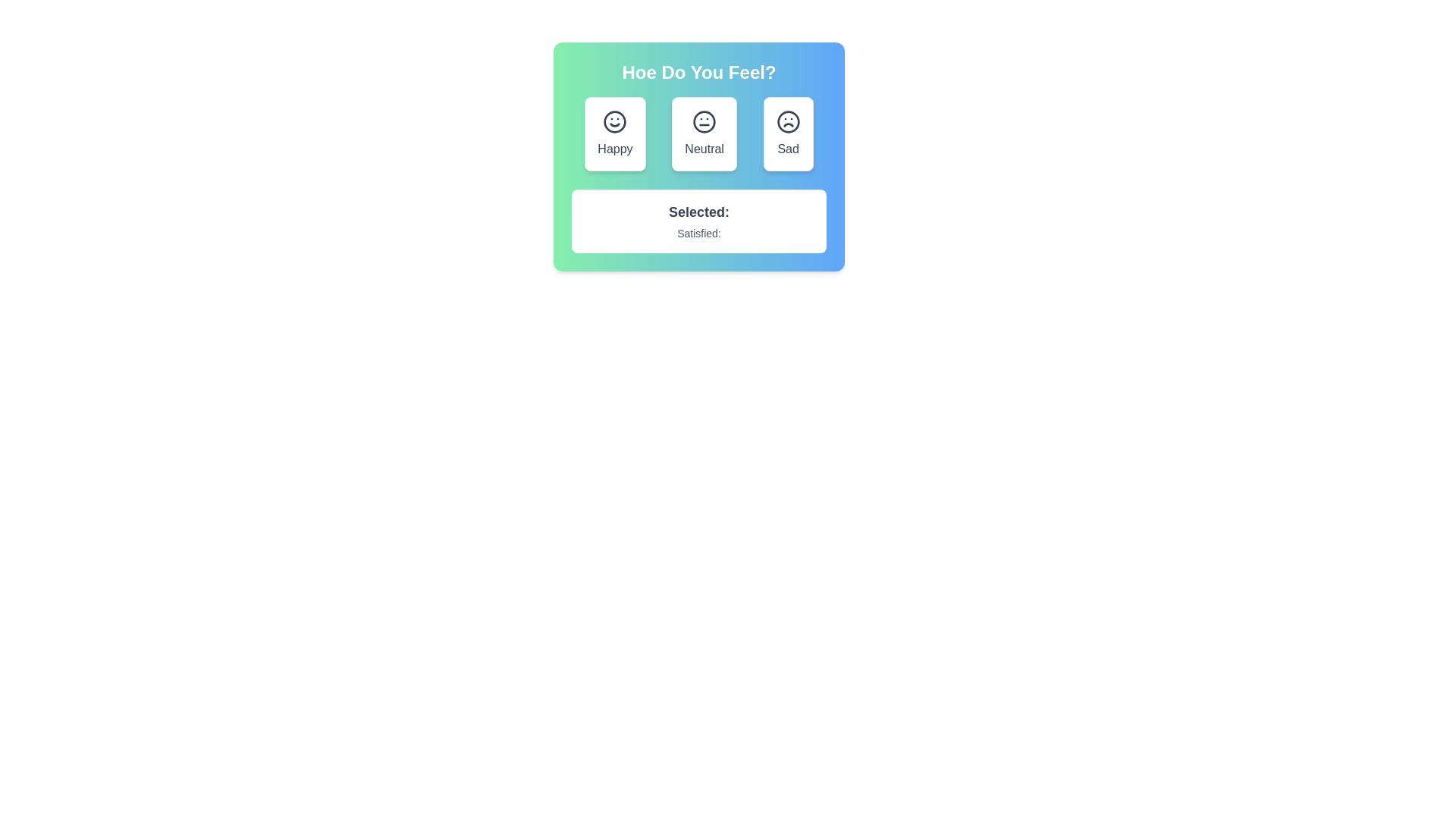 The height and width of the screenshot is (819, 1456). Describe the element at coordinates (788, 133) in the screenshot. I see `the emotion button labeled Sad to observe the visual feedback` at that location.